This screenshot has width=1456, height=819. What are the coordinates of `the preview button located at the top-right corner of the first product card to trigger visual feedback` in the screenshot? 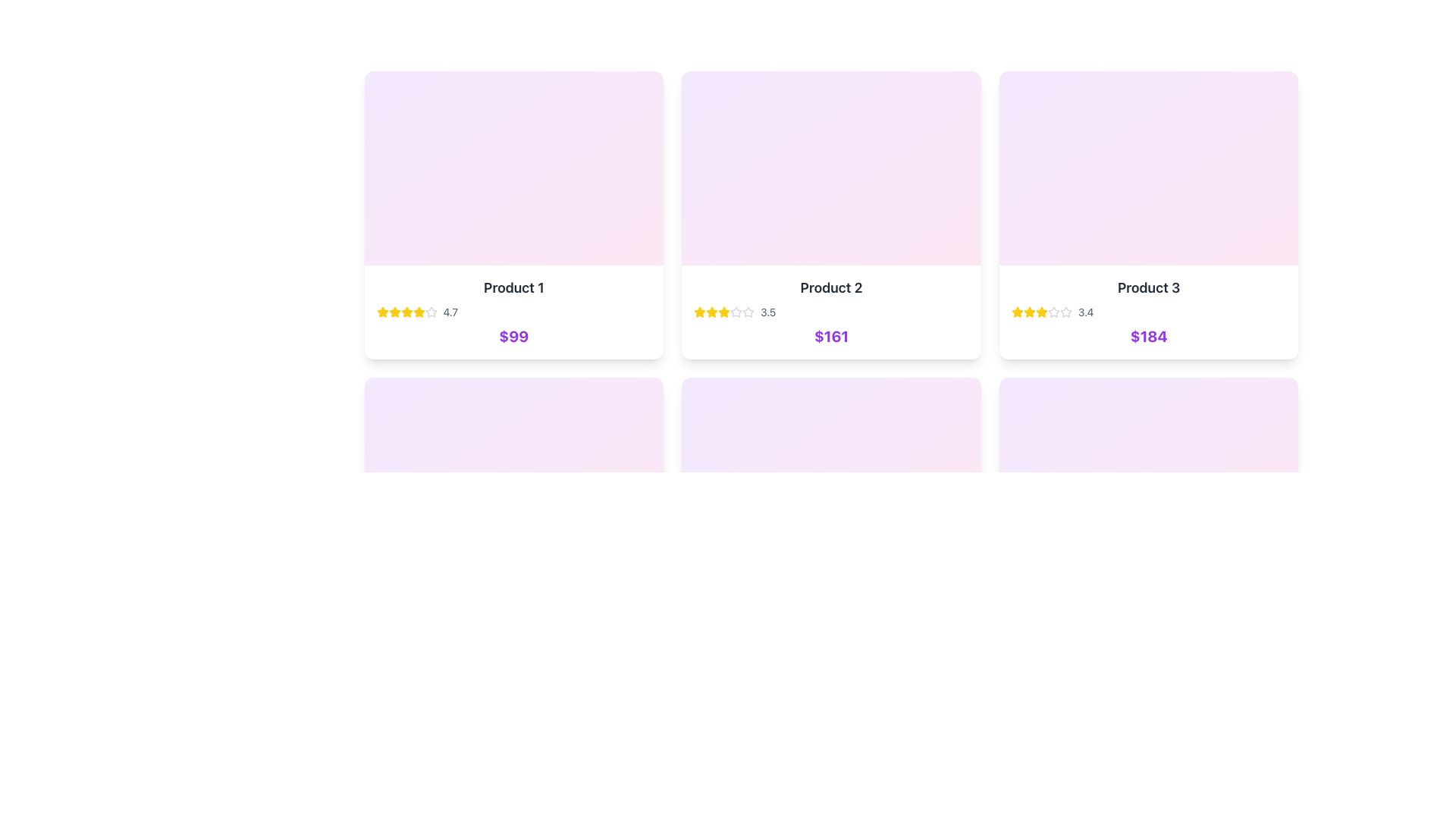 It's located at (641, 93).